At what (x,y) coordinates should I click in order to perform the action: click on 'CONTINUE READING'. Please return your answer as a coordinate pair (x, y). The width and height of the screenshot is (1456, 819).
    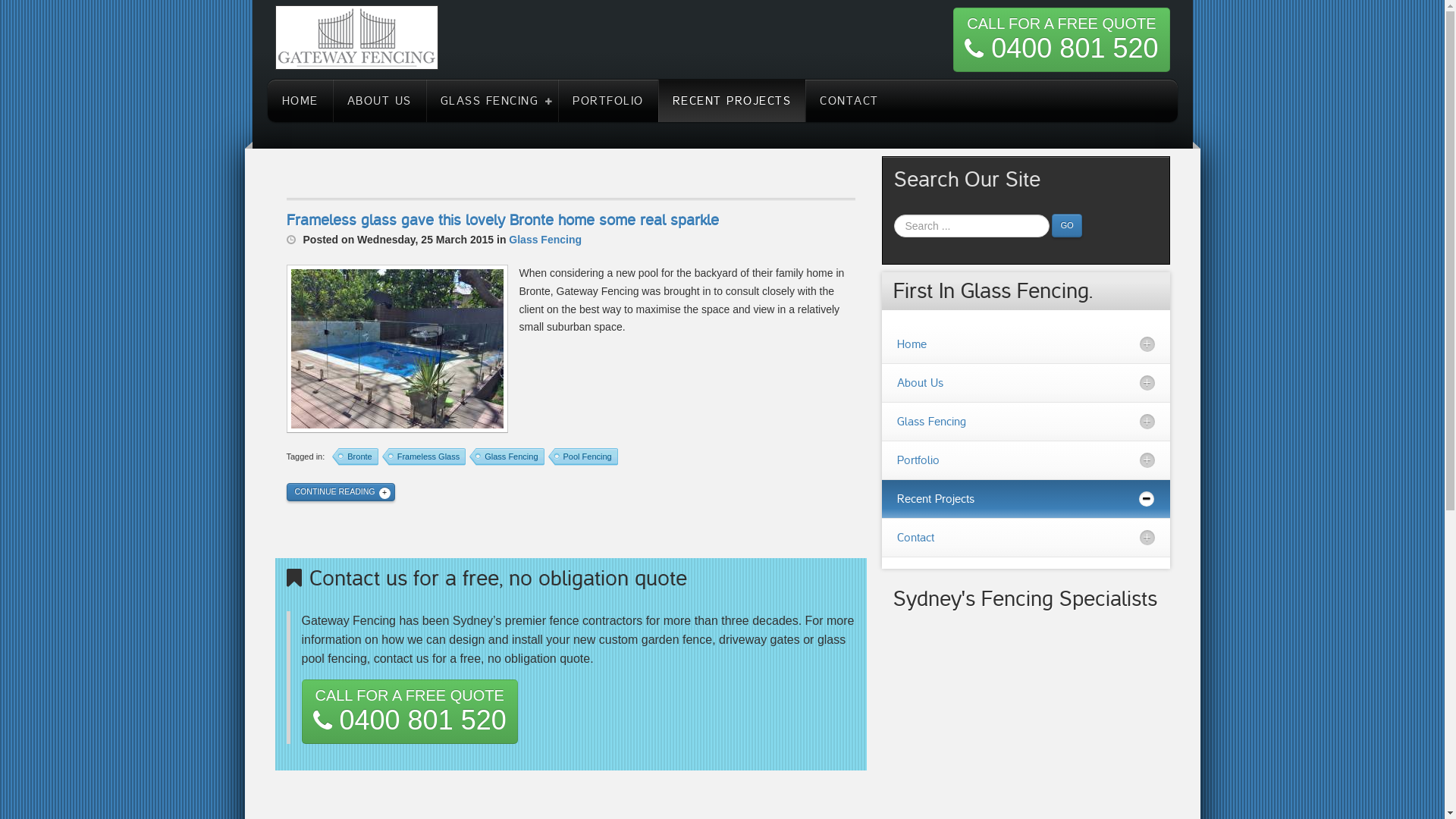
    Looking at the image, I should click on (340, 491).